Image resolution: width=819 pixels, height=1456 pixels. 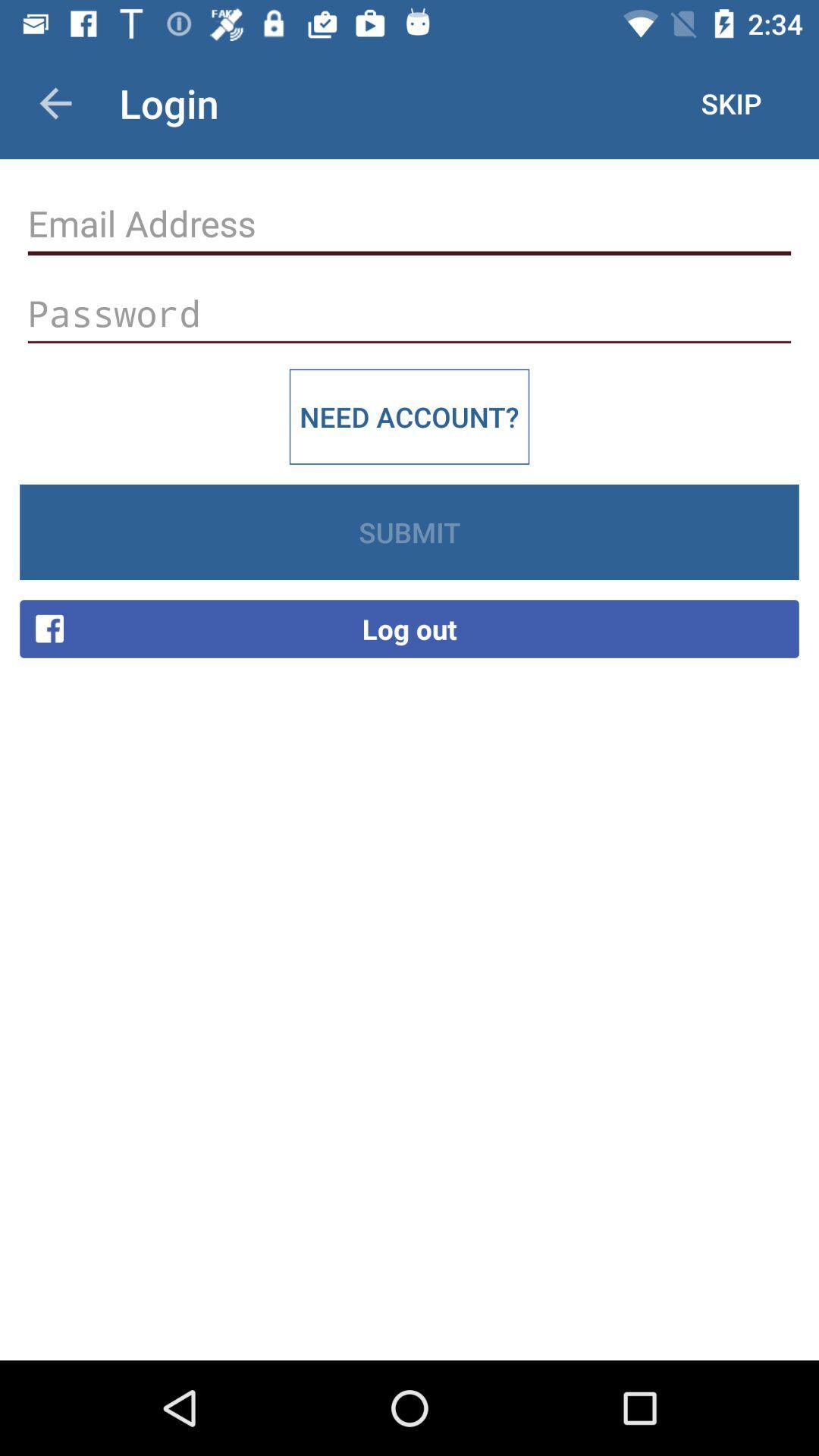 I want to click on type the email id, so click(x=409, y=223).